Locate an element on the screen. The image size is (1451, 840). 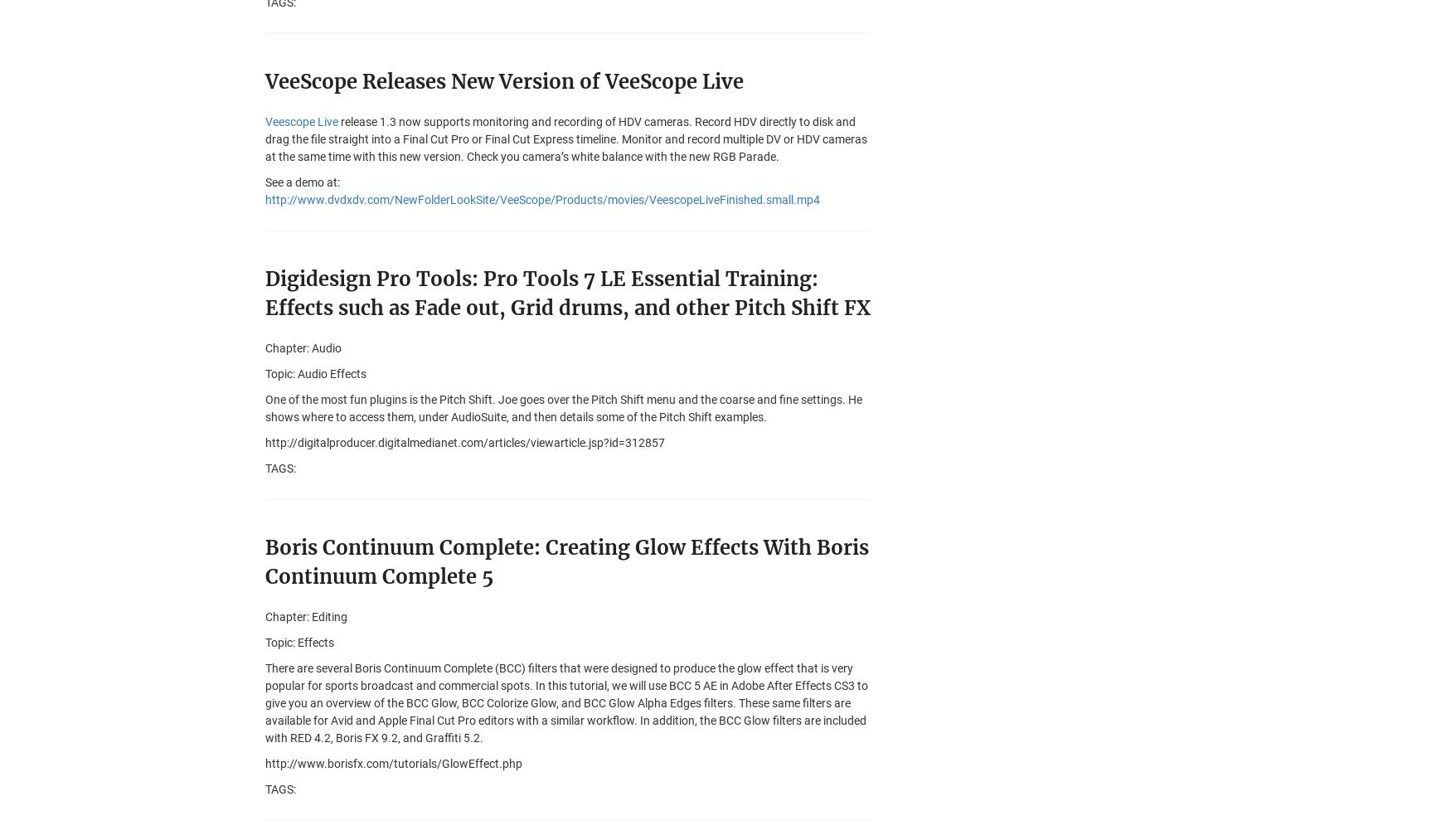
'Boris Continuum Complete: Creating Glow Effects With Boris Continuum Complete 5' is located at coordinates (566, 561).